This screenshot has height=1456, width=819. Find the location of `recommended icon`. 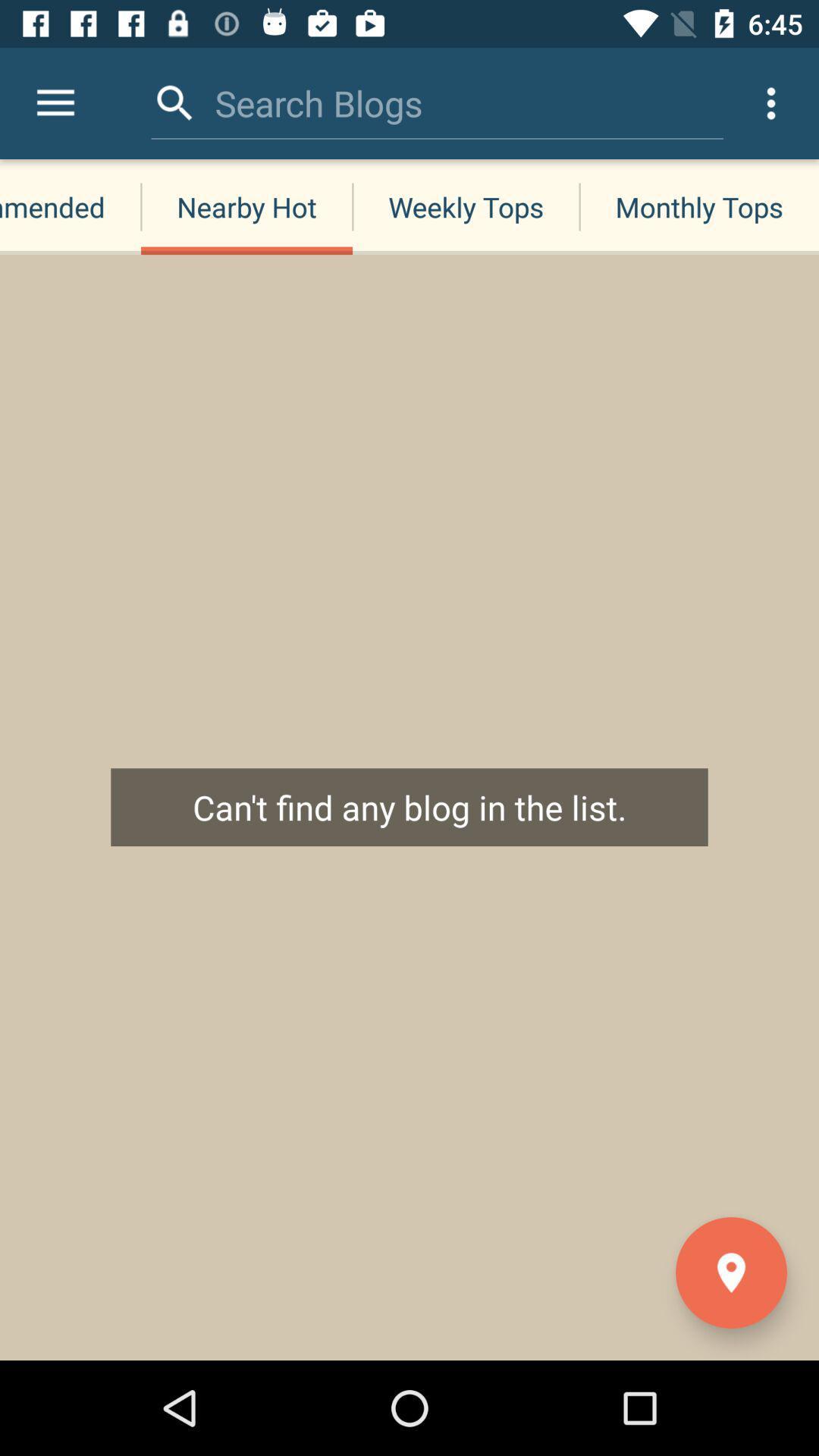

recommended icon is located at coordinates (70, 206).